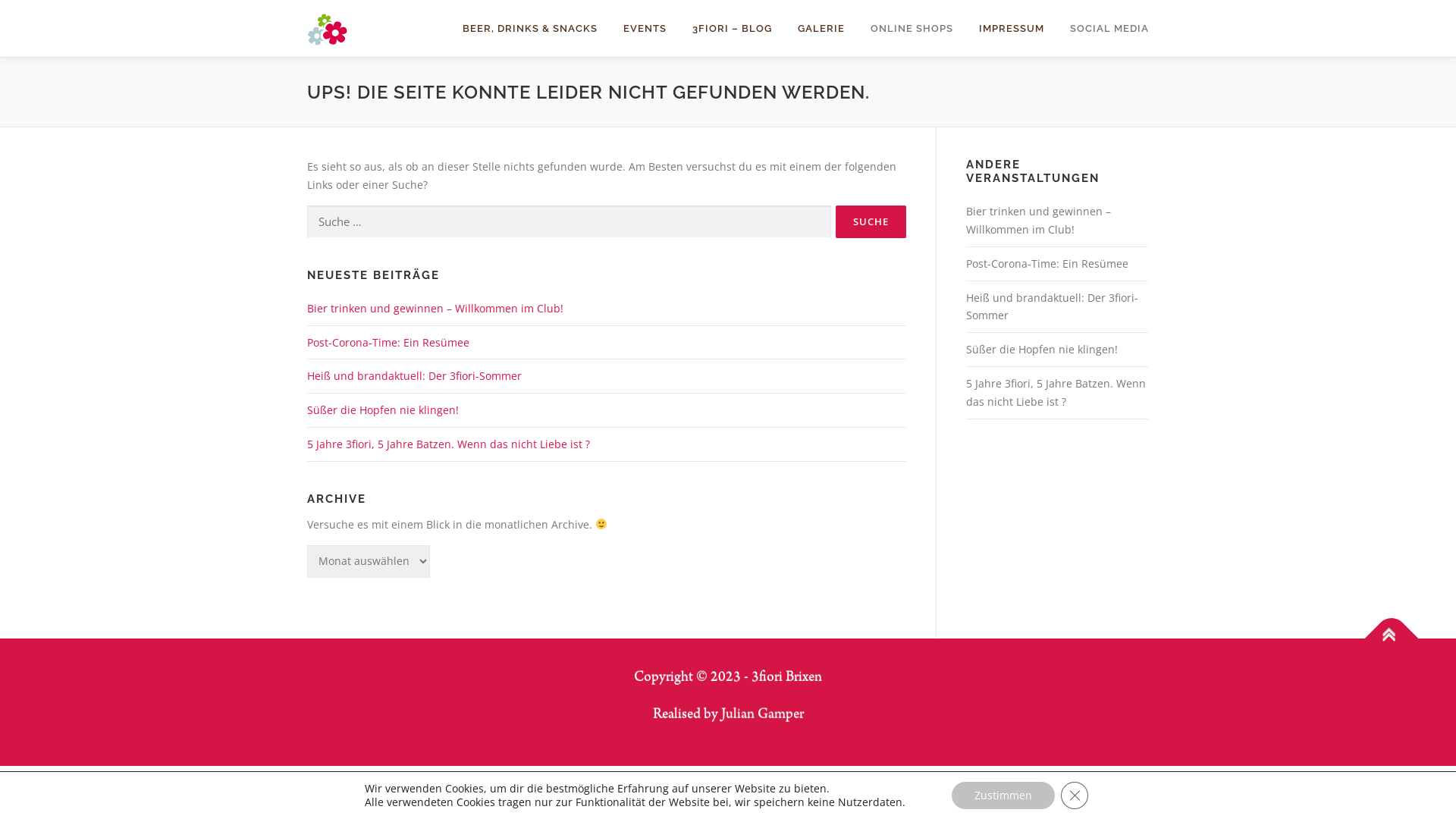 The height and width of the screenshot is (819, 1456). Describe the element at coordinates (1056, 28) in the screenshot. I see `'SOCIAL MEDIA'` at that location.